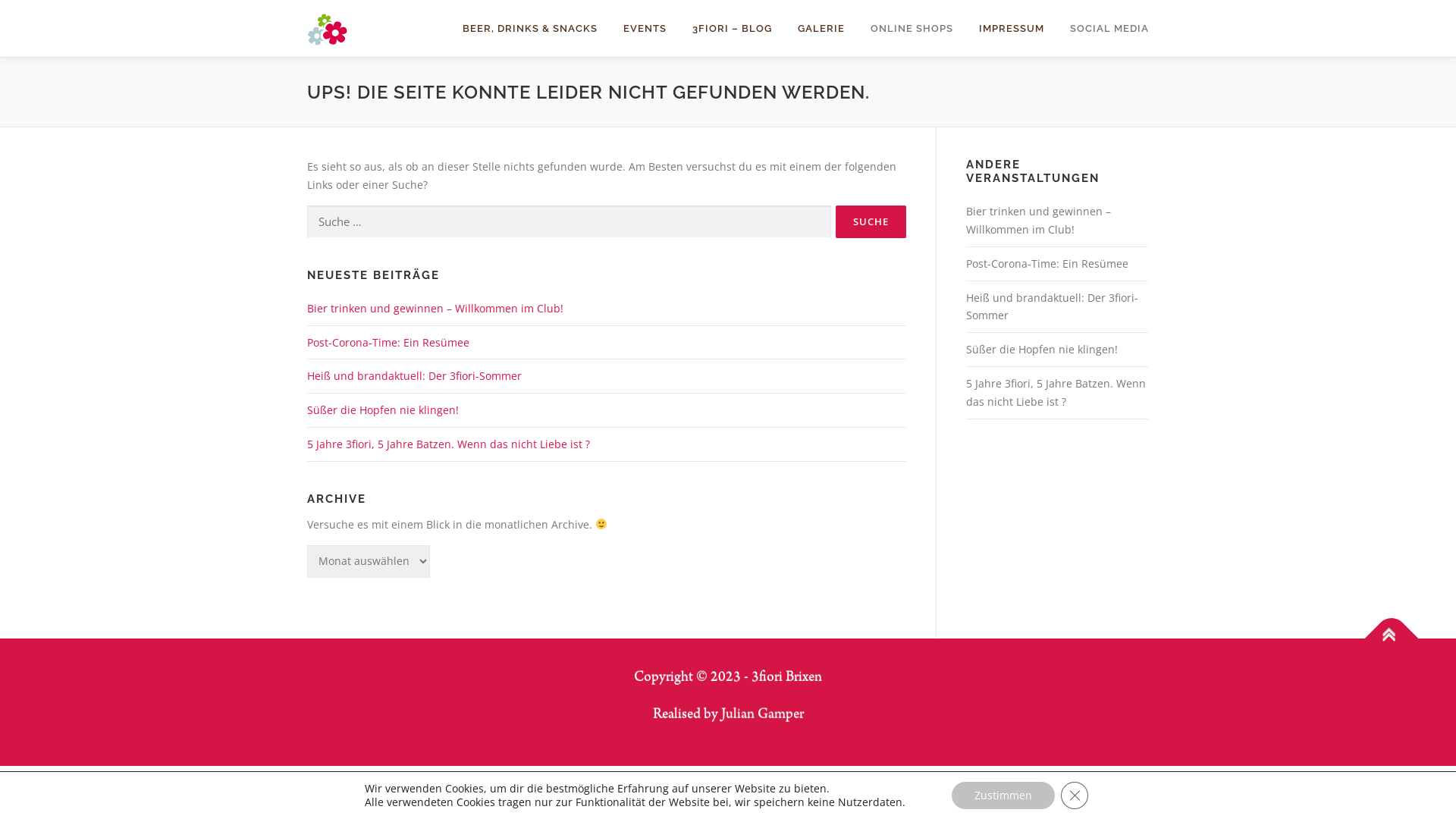 The height and width of the screenshot is (819, 1456). Describe the element at coordinates (1056, 28) in the screenshot. I see `'SOCIAL MEDIA'` at that location.